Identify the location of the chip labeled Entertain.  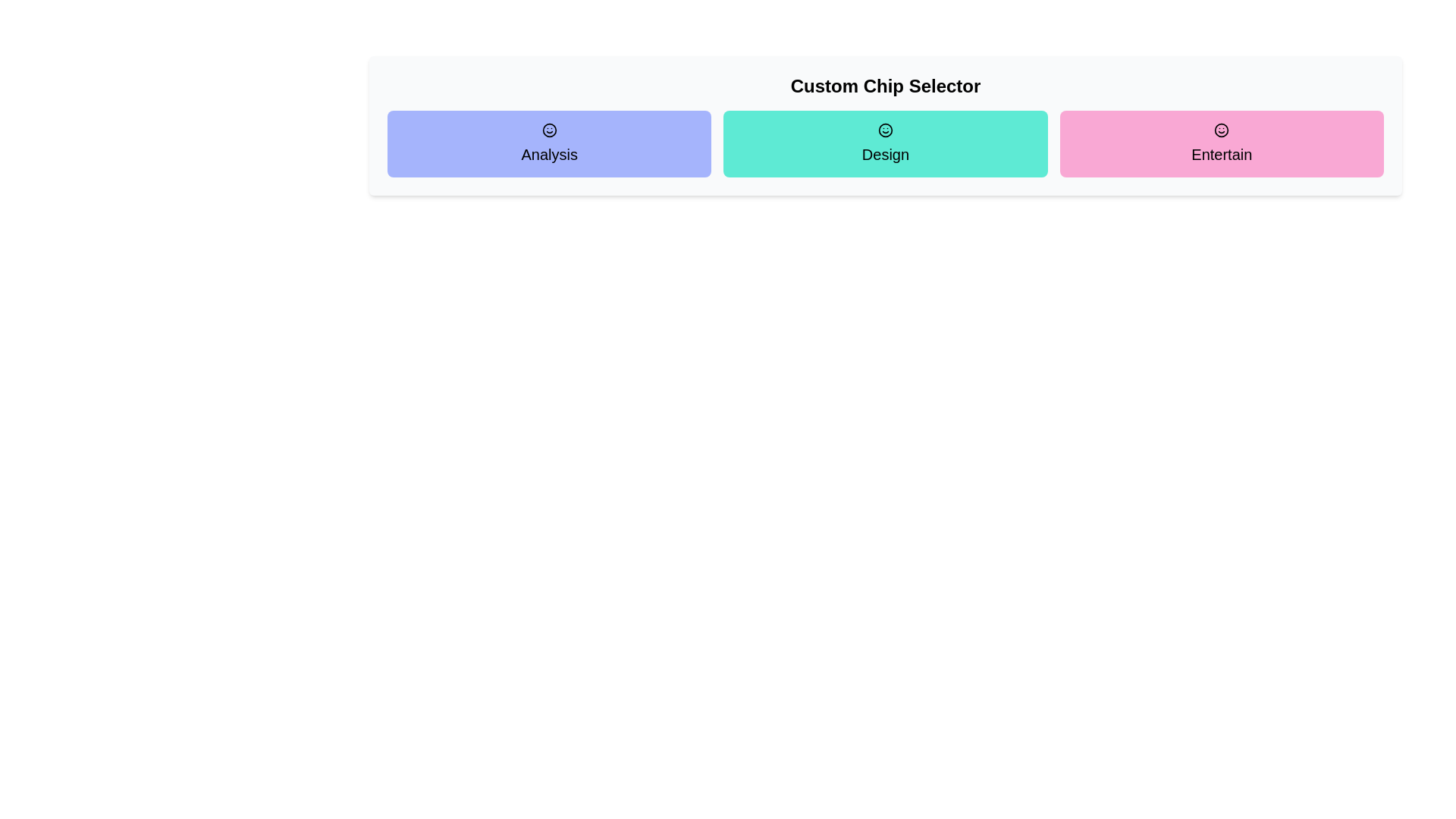
(1222, 143).